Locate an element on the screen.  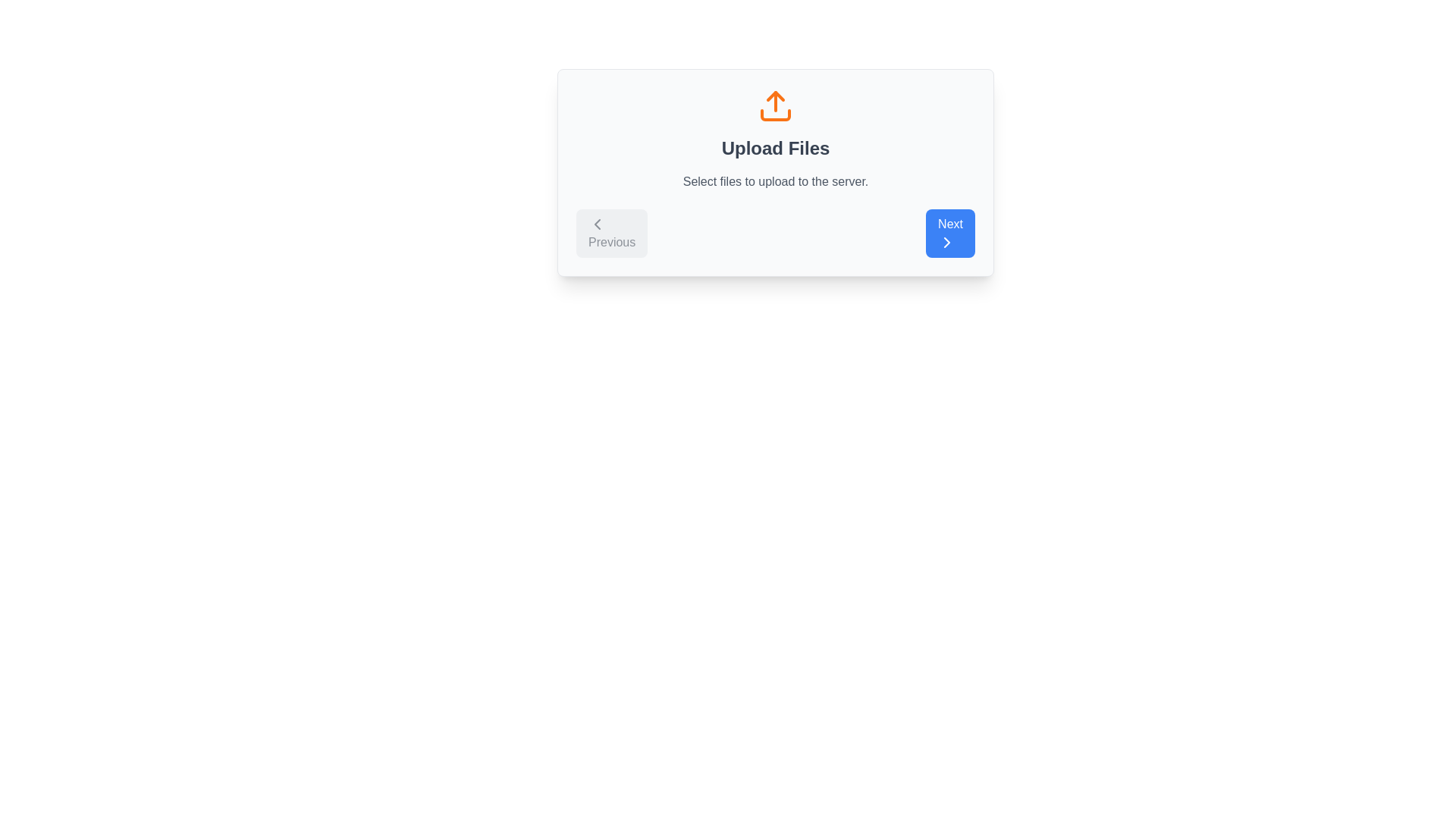
the supportive information label located below the 'Upload Files' text and above the navigation buttons, which is horizontally centered within the card is located at coordinates (775, 180).